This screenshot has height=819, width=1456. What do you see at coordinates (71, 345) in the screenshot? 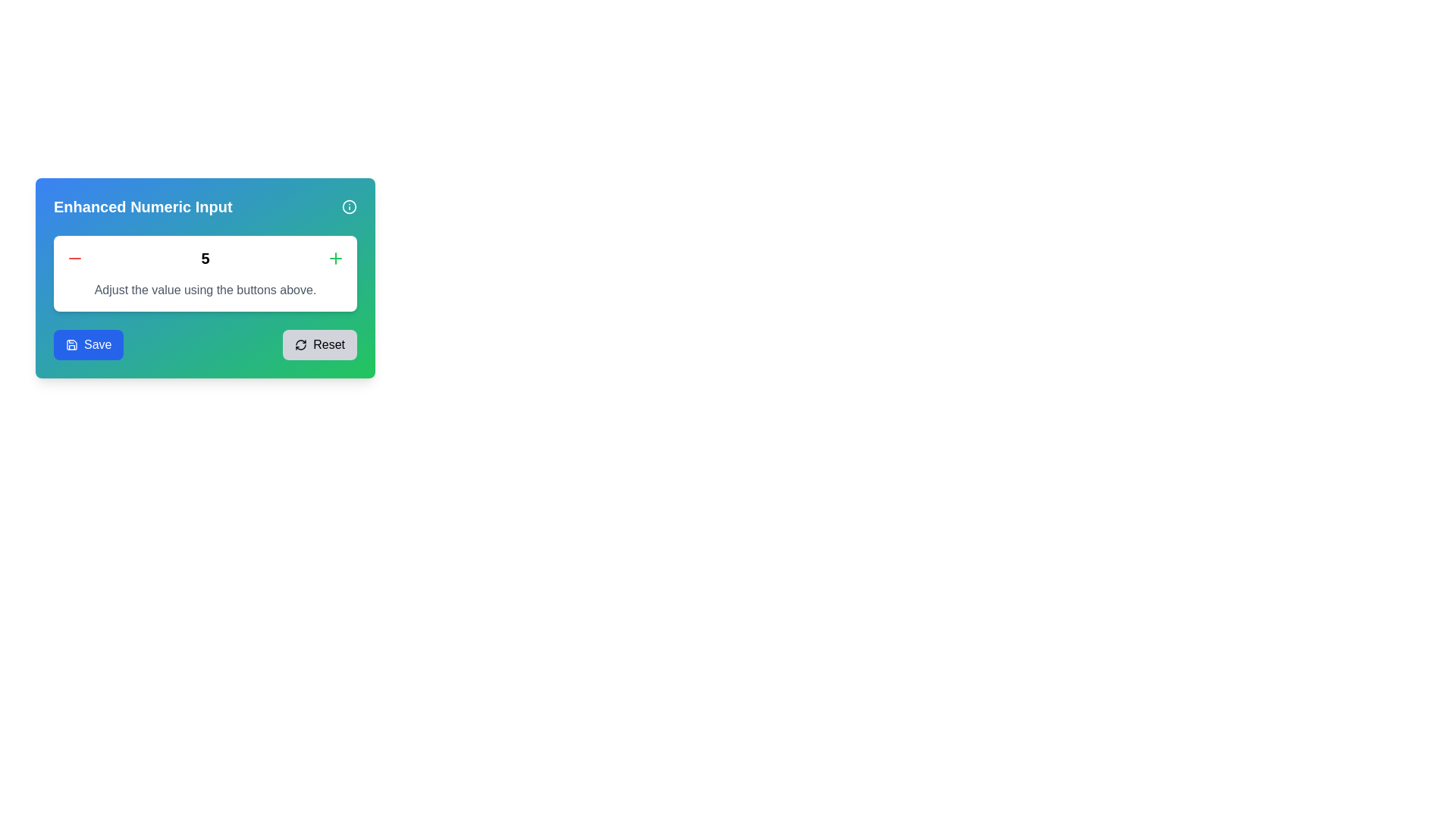
I see `the save icon located on the left side of the 'Save' button within the enhanced numeric input card at the bottom-left position` at bounding box center [71, 345].